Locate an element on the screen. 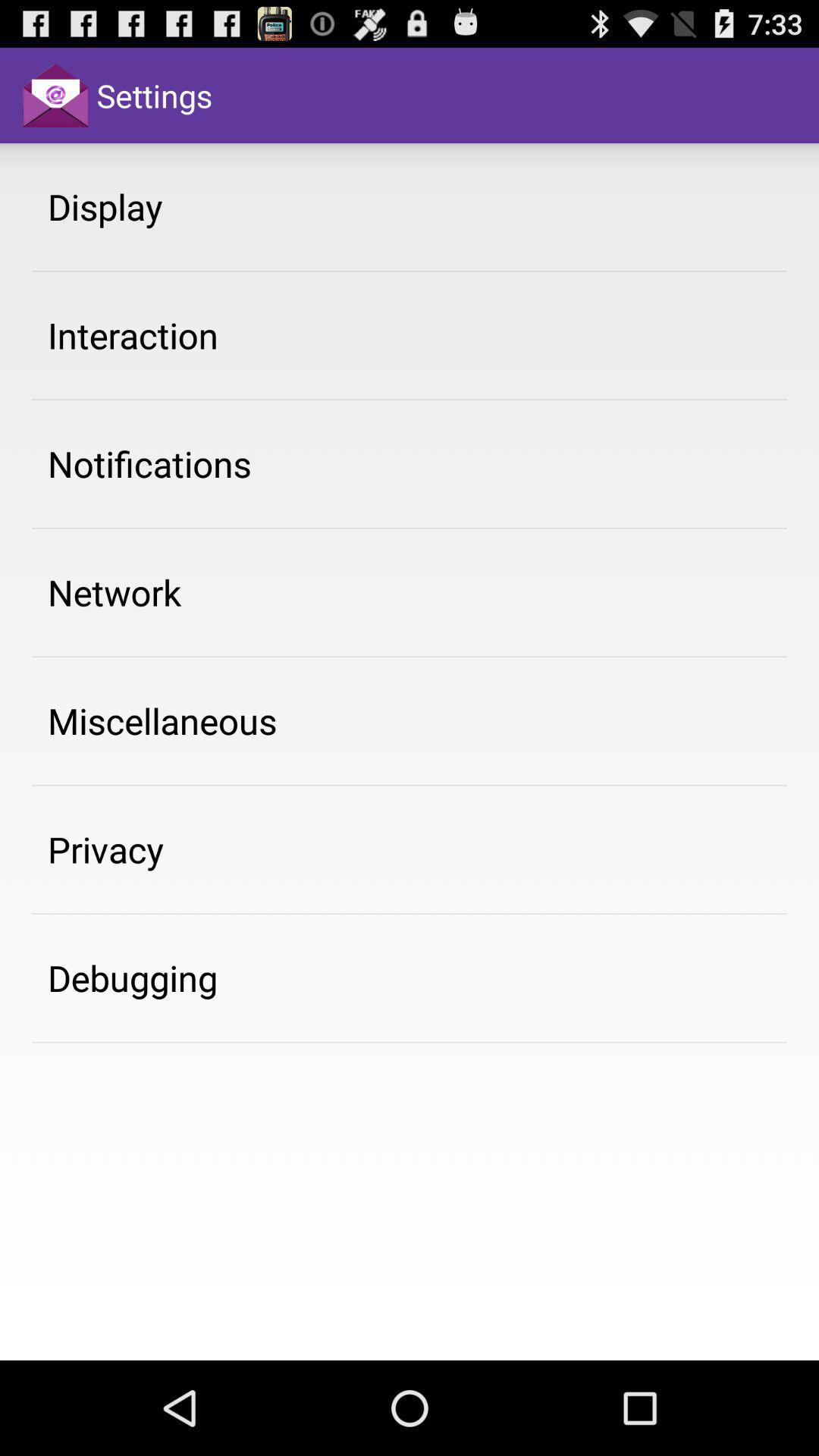  the icon above the debugging icon is located at coordinates (105, 849).